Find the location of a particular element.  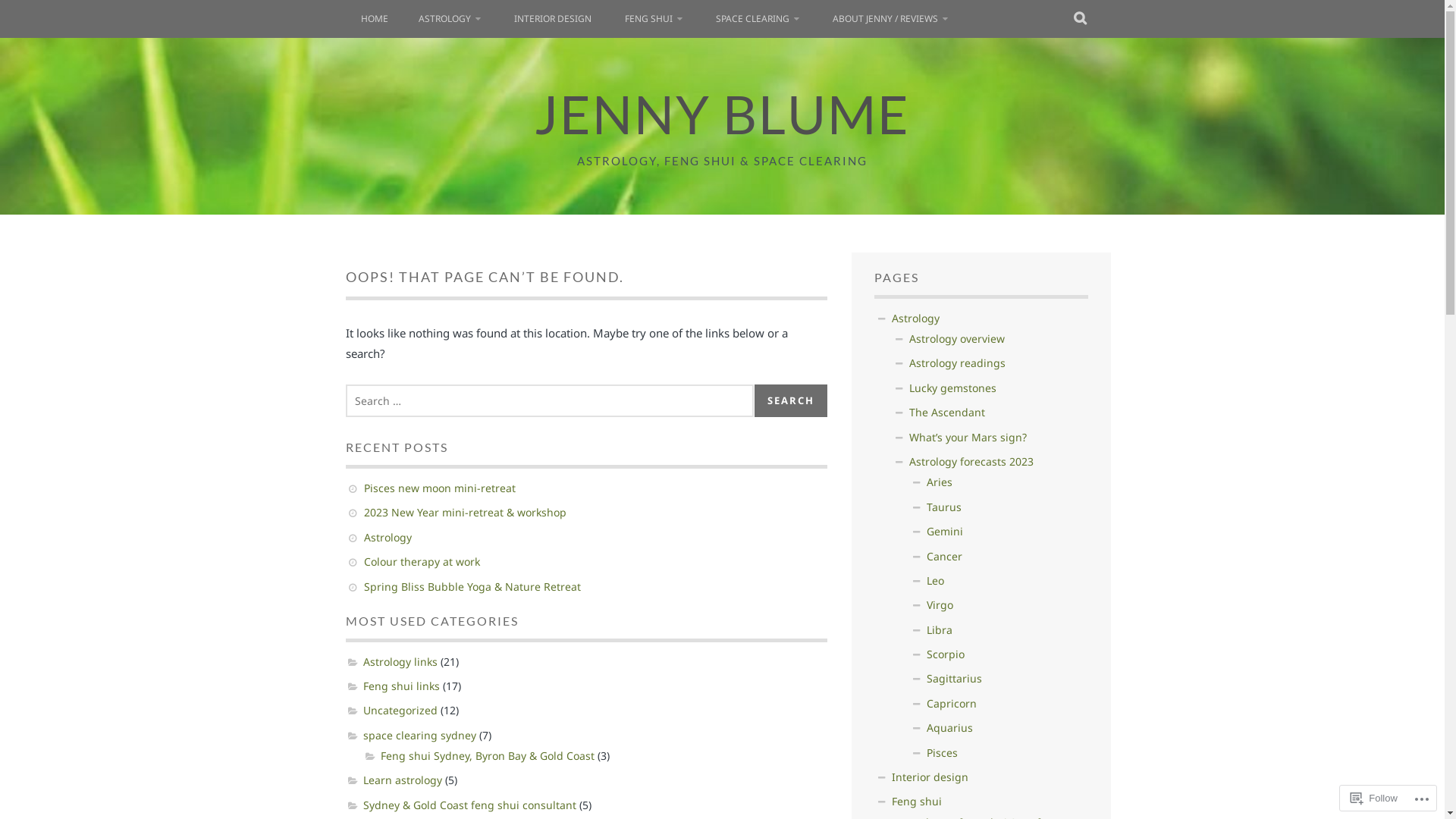

'Interior design' is located at coordinates (929, 777).